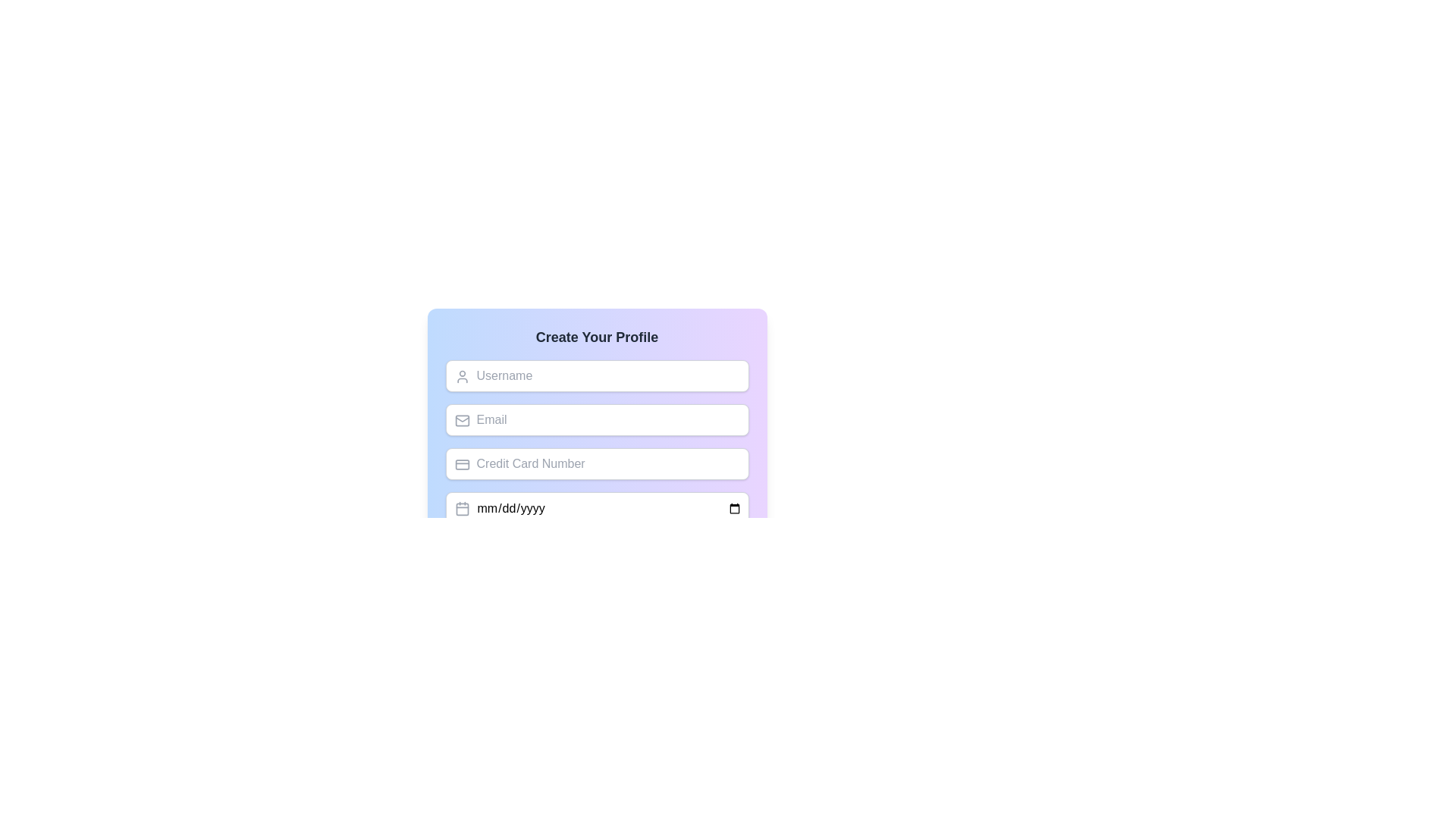 The image size is (1456, 819). I want to click on the decorative and functional icon indicating the purpose of the adjacent email input field, located in the upper-left area of the field, so click(461, 421).